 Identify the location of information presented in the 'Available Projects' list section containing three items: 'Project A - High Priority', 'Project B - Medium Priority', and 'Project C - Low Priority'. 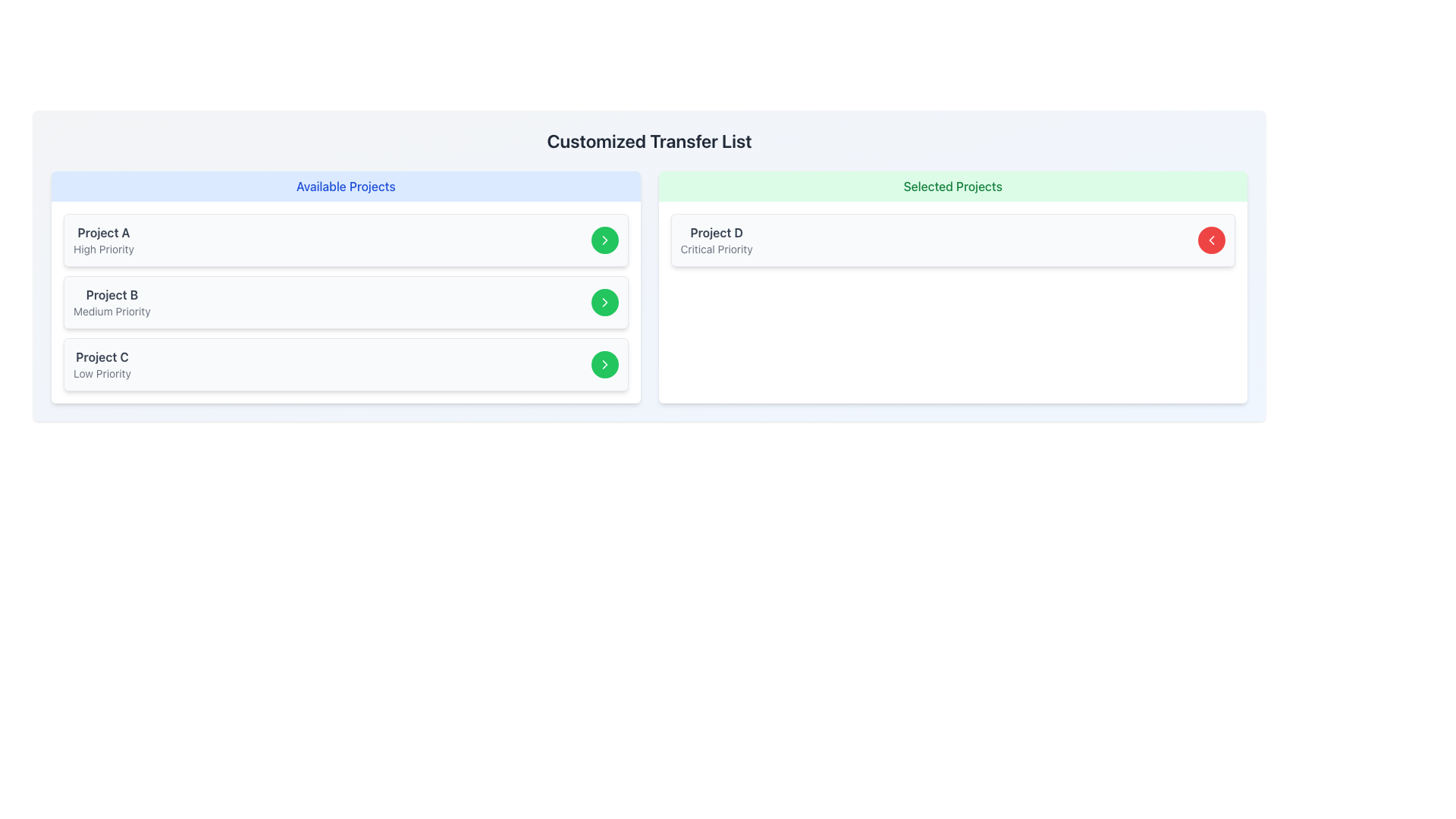
(345, 287).